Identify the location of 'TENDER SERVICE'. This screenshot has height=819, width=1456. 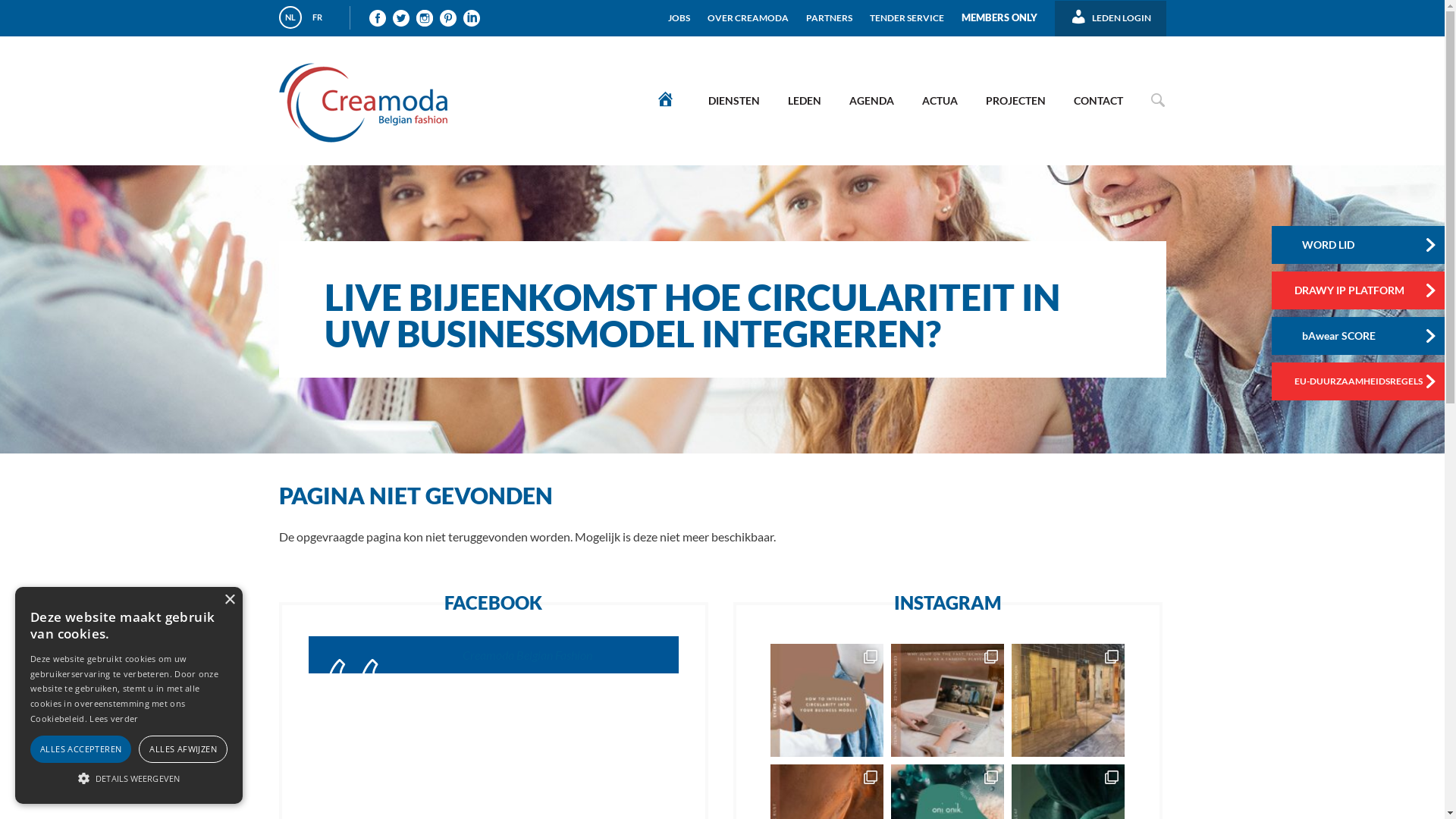
(870, 11).